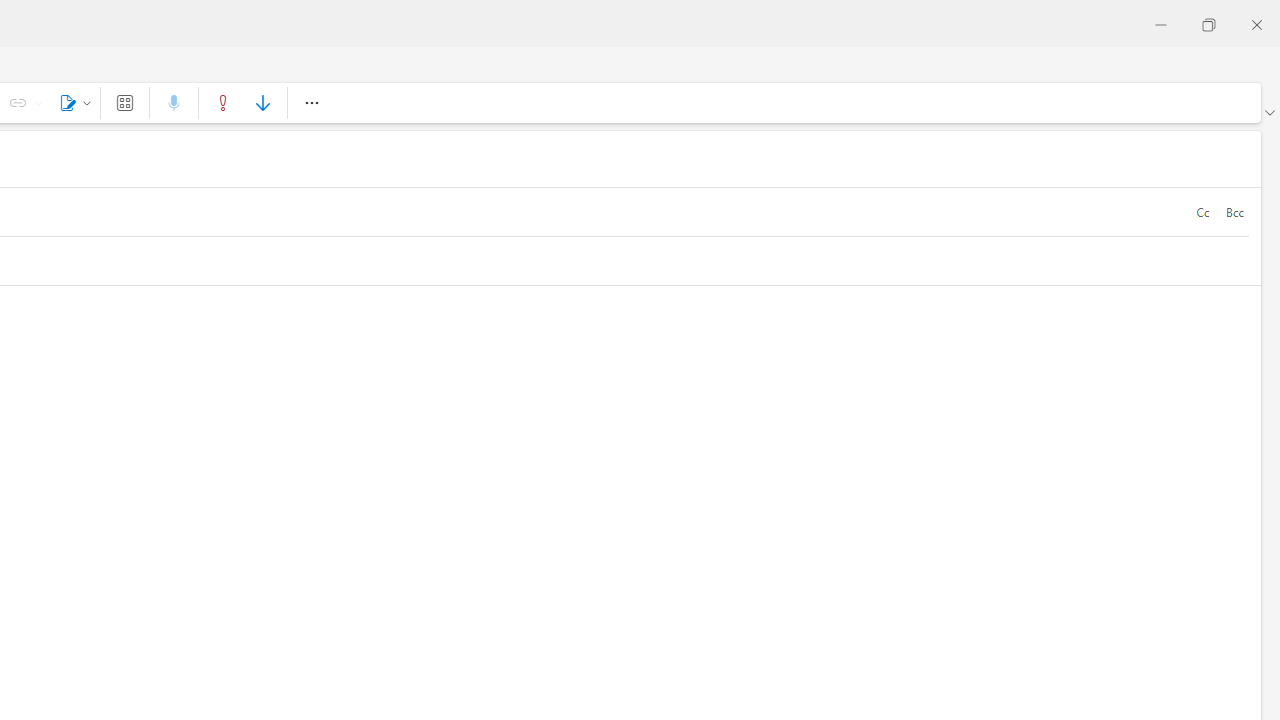  I want to click on 'More options', so click(310, 102).